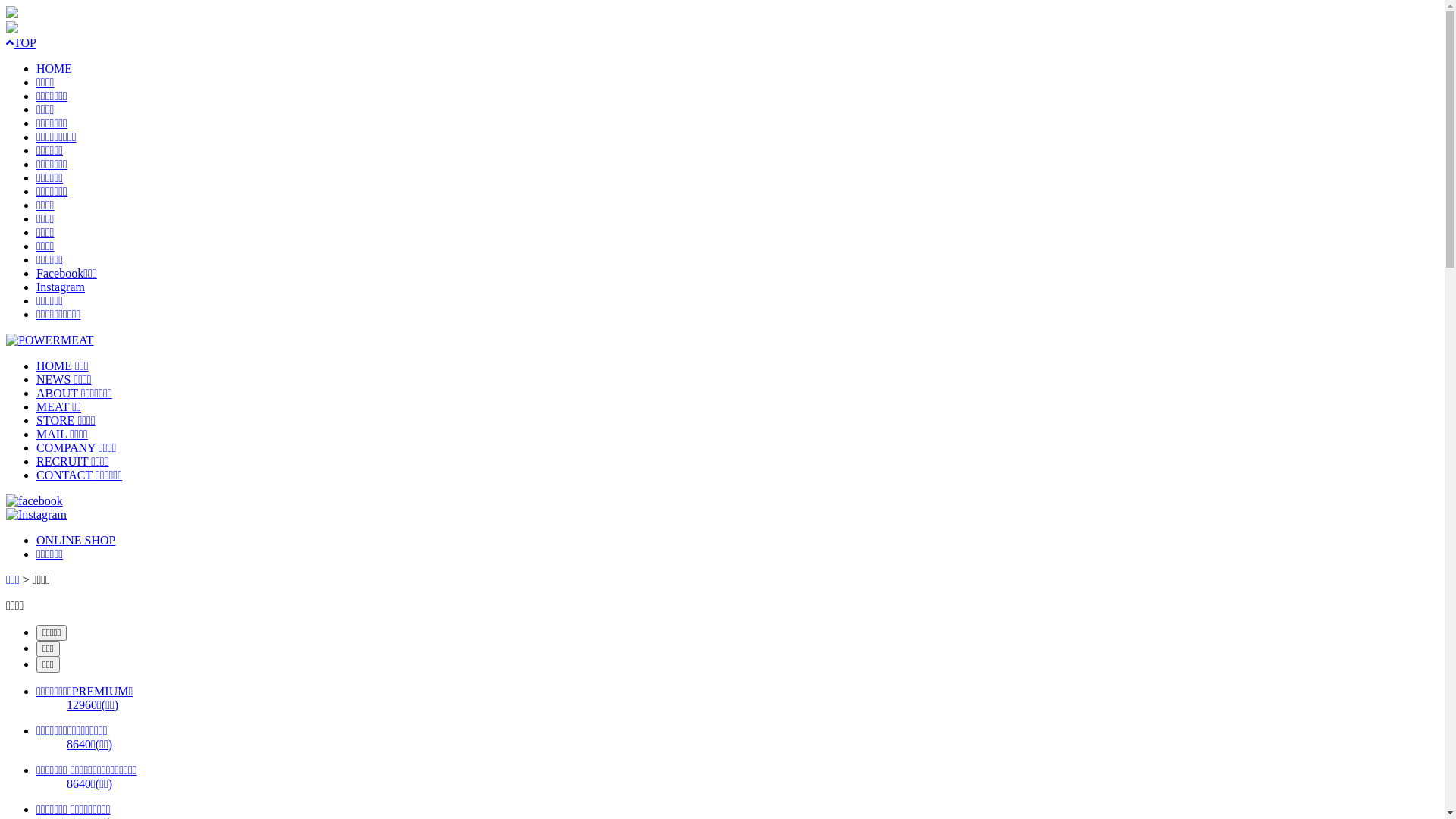 The width and height of the screenshot is (1456, 819). What do you see at coordinates (54, 68) in the screenshot?
I see `'HOME'` at bounding box center [54, 68].